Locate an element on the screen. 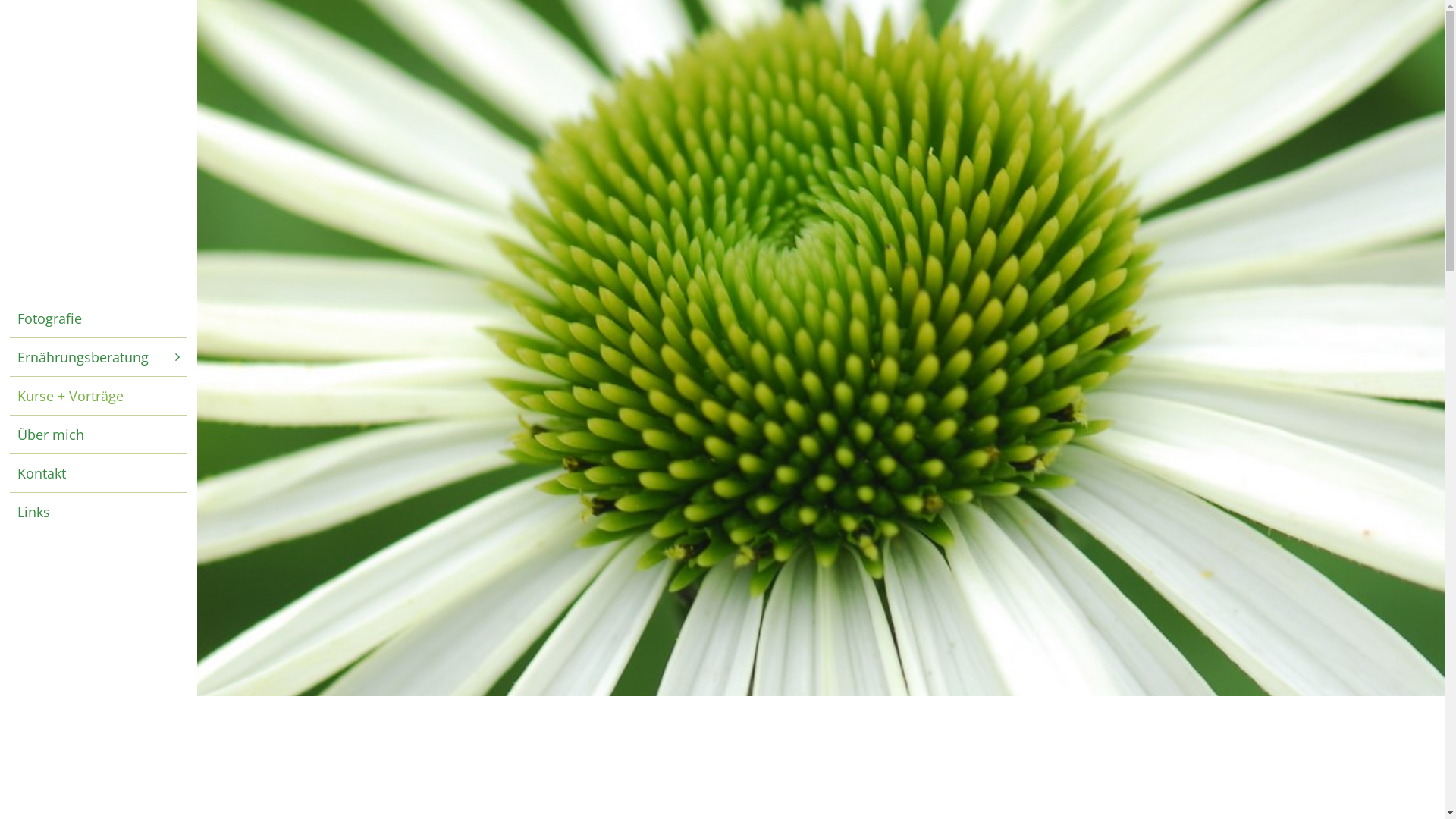  'Kontakt' is located at coordinates (97, 472).